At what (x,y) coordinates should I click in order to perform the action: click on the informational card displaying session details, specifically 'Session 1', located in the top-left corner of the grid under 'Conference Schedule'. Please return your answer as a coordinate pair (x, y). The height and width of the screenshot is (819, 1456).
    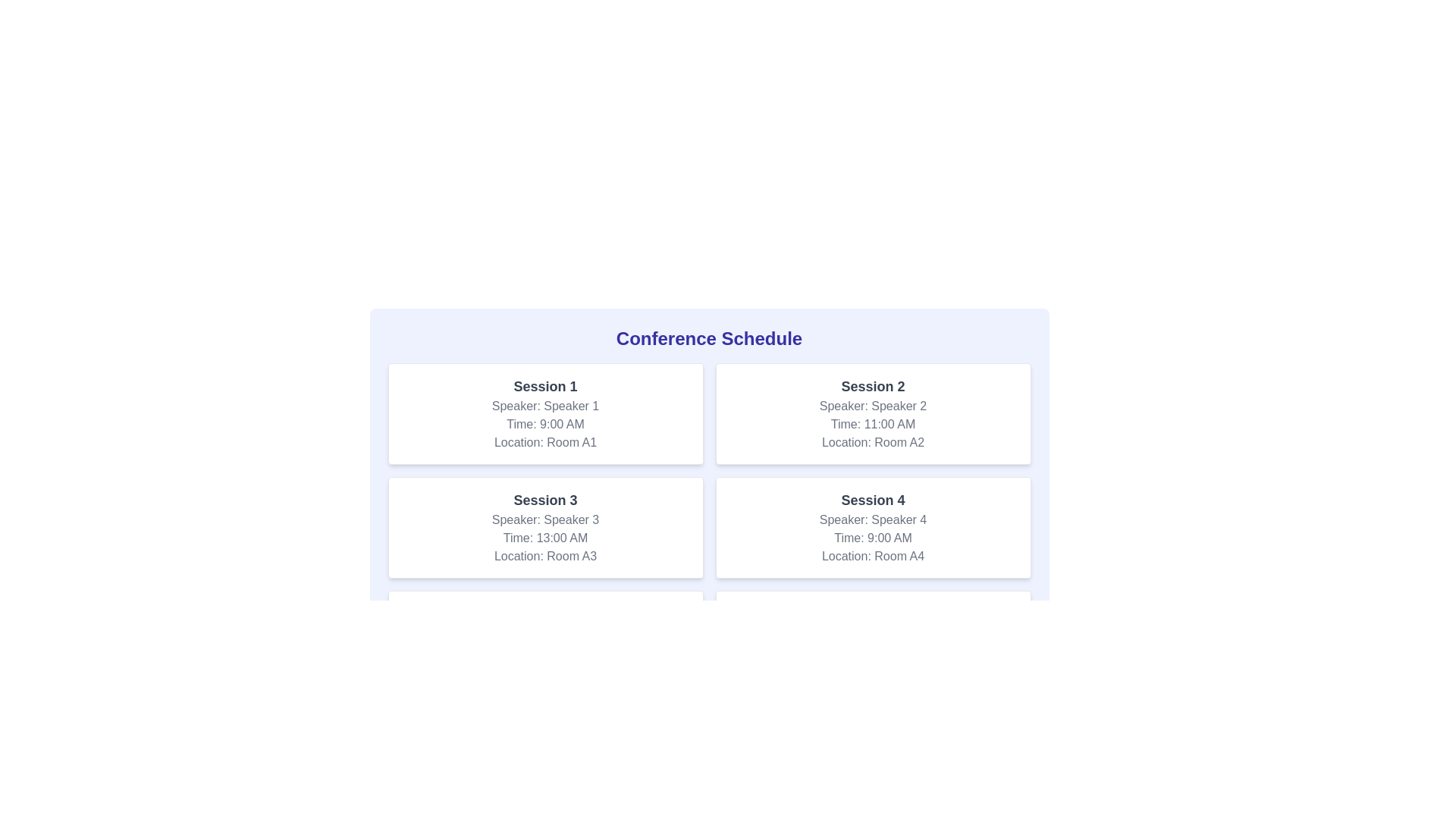
    Looking at the image, I should click on (545, 414).